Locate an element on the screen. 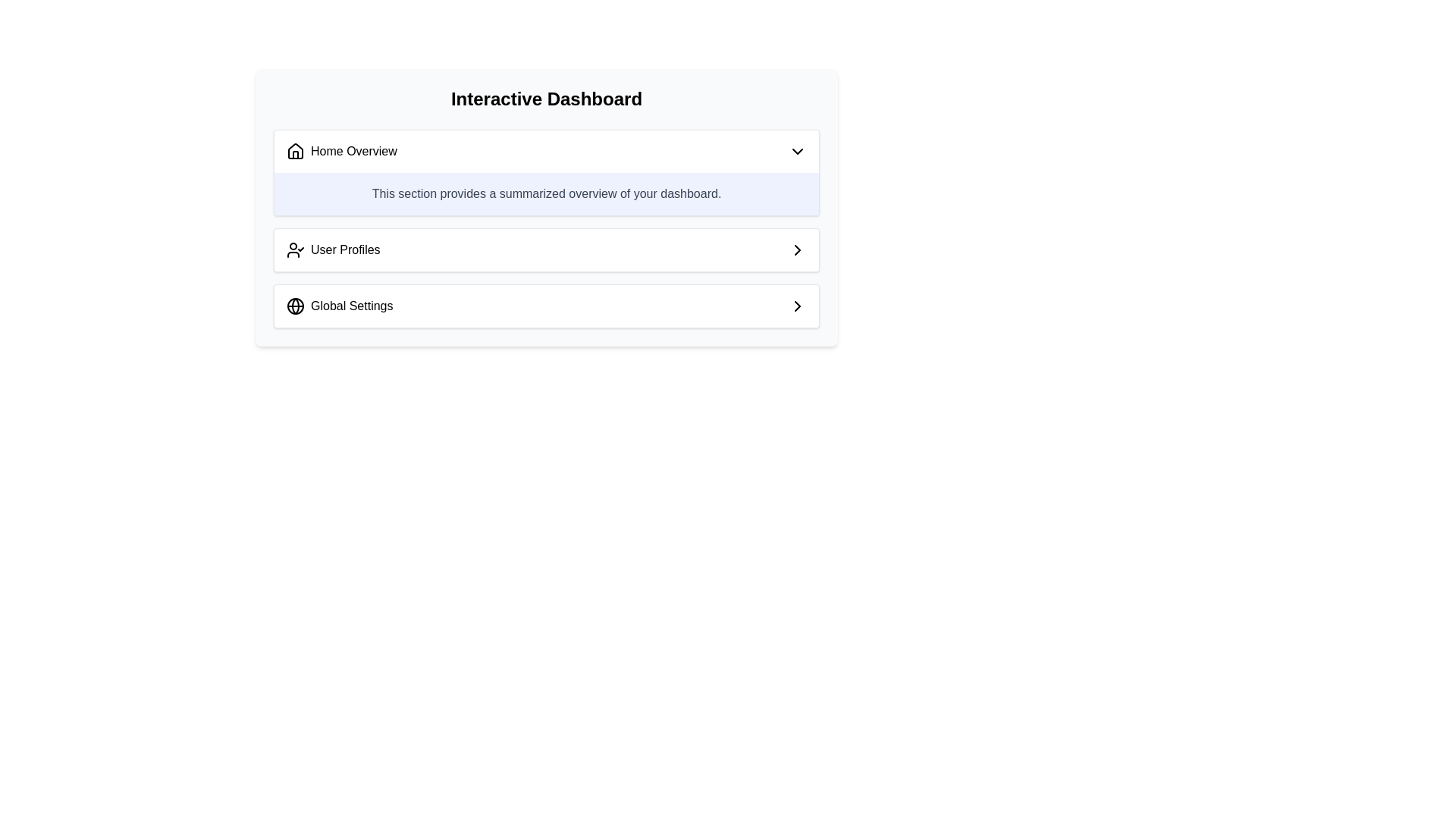 The width and height of the screenshot is (1456, 819). the chevron button located at the far-right corner of the 'Home Overview' section is located at coordinates (796, 152).